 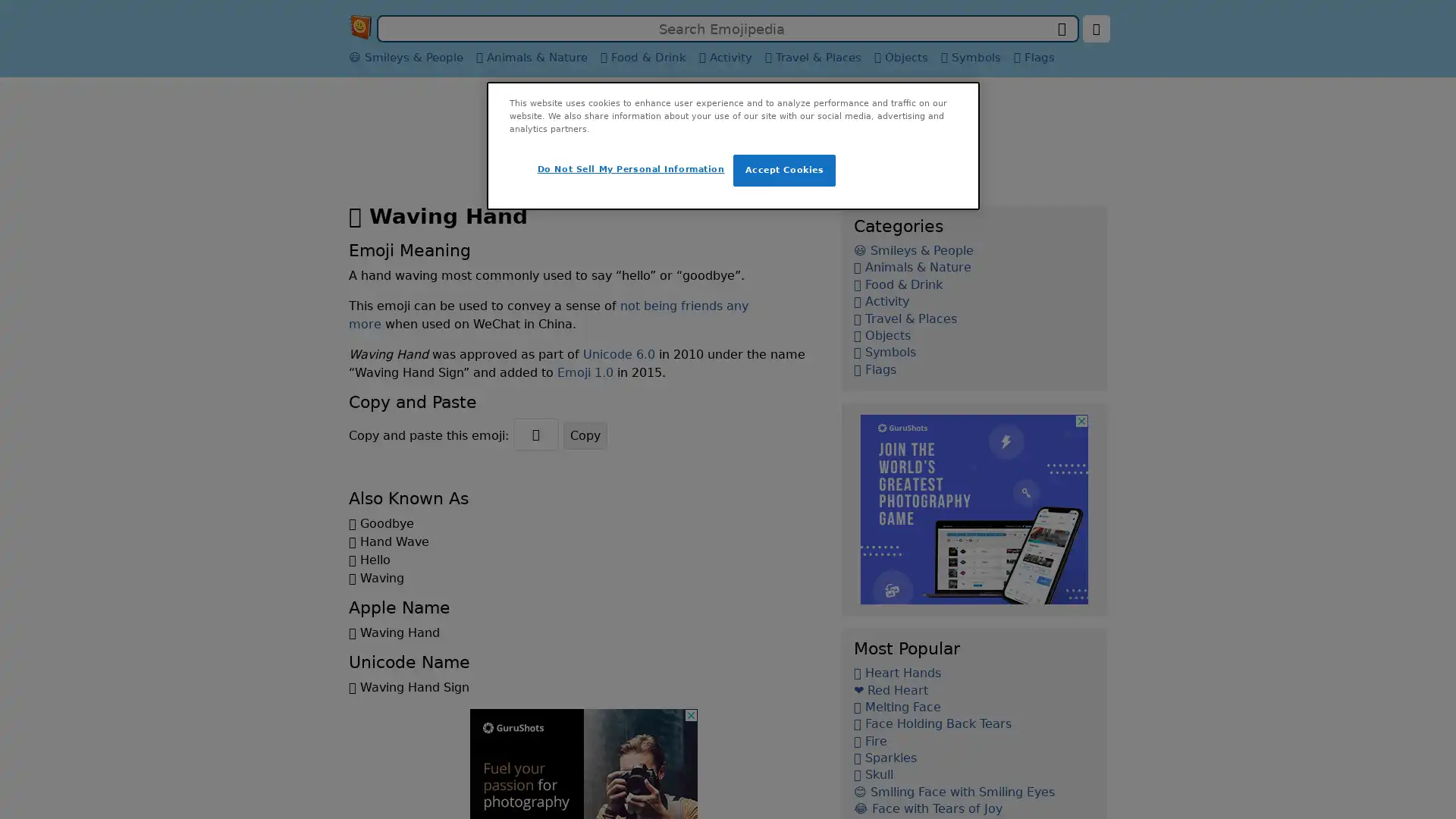 I want to click on Copy, so click(x=585, y=435).